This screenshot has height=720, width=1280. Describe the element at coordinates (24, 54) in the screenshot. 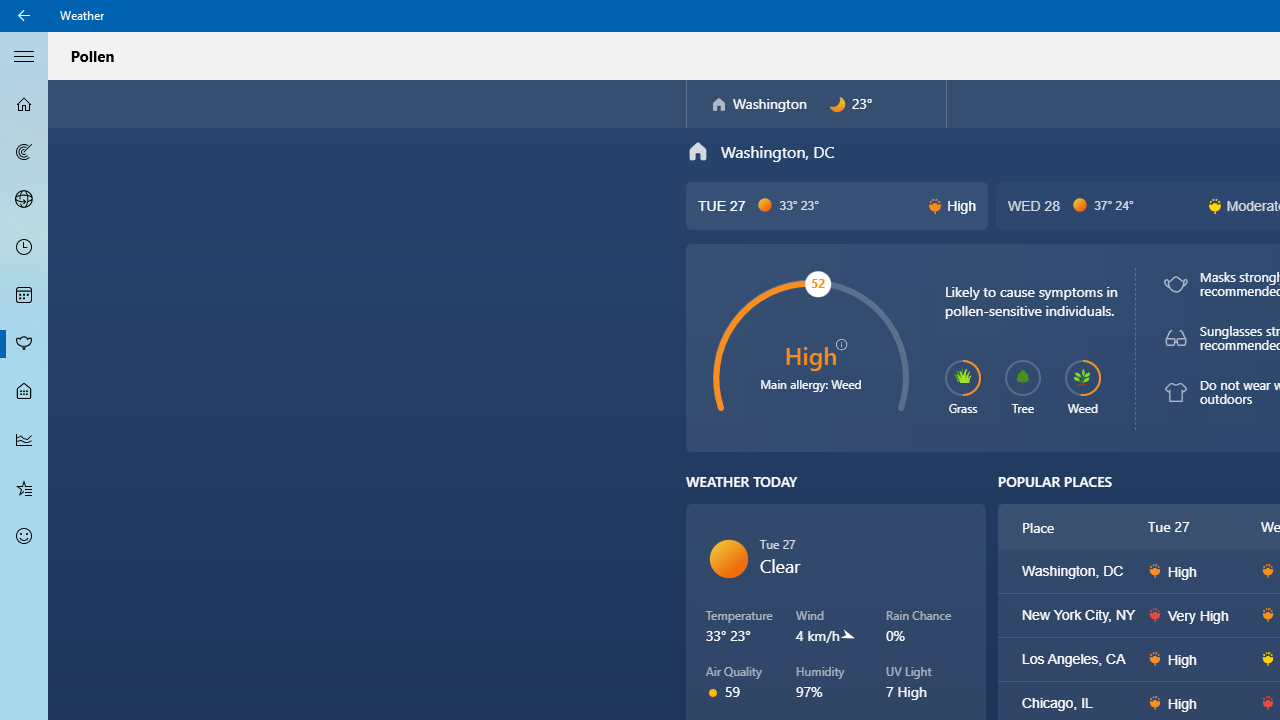

I see `'Collapse Navigation'` at that location.